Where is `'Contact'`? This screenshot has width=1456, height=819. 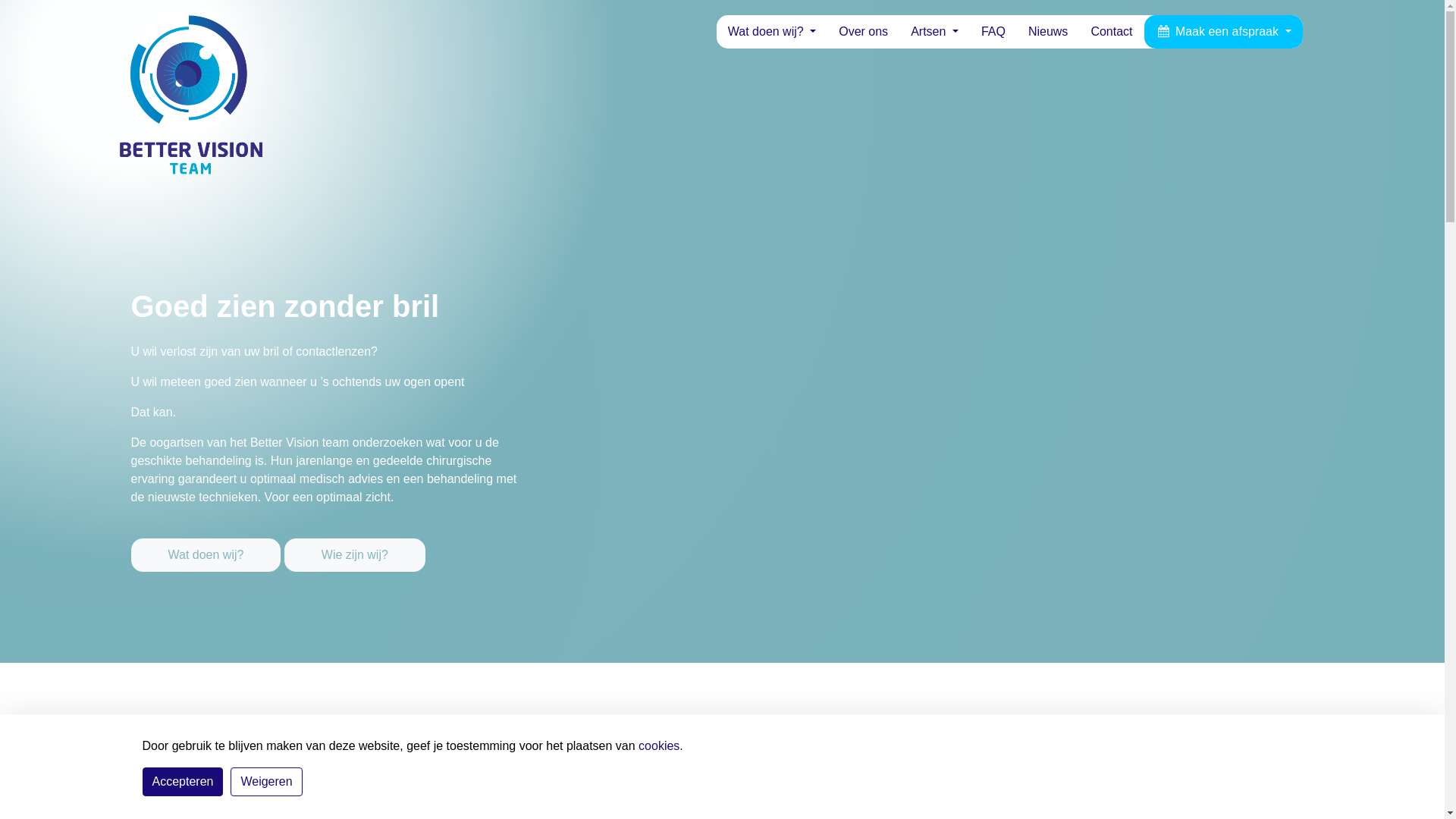
'Contact' is located at coordinates (1111, 32).